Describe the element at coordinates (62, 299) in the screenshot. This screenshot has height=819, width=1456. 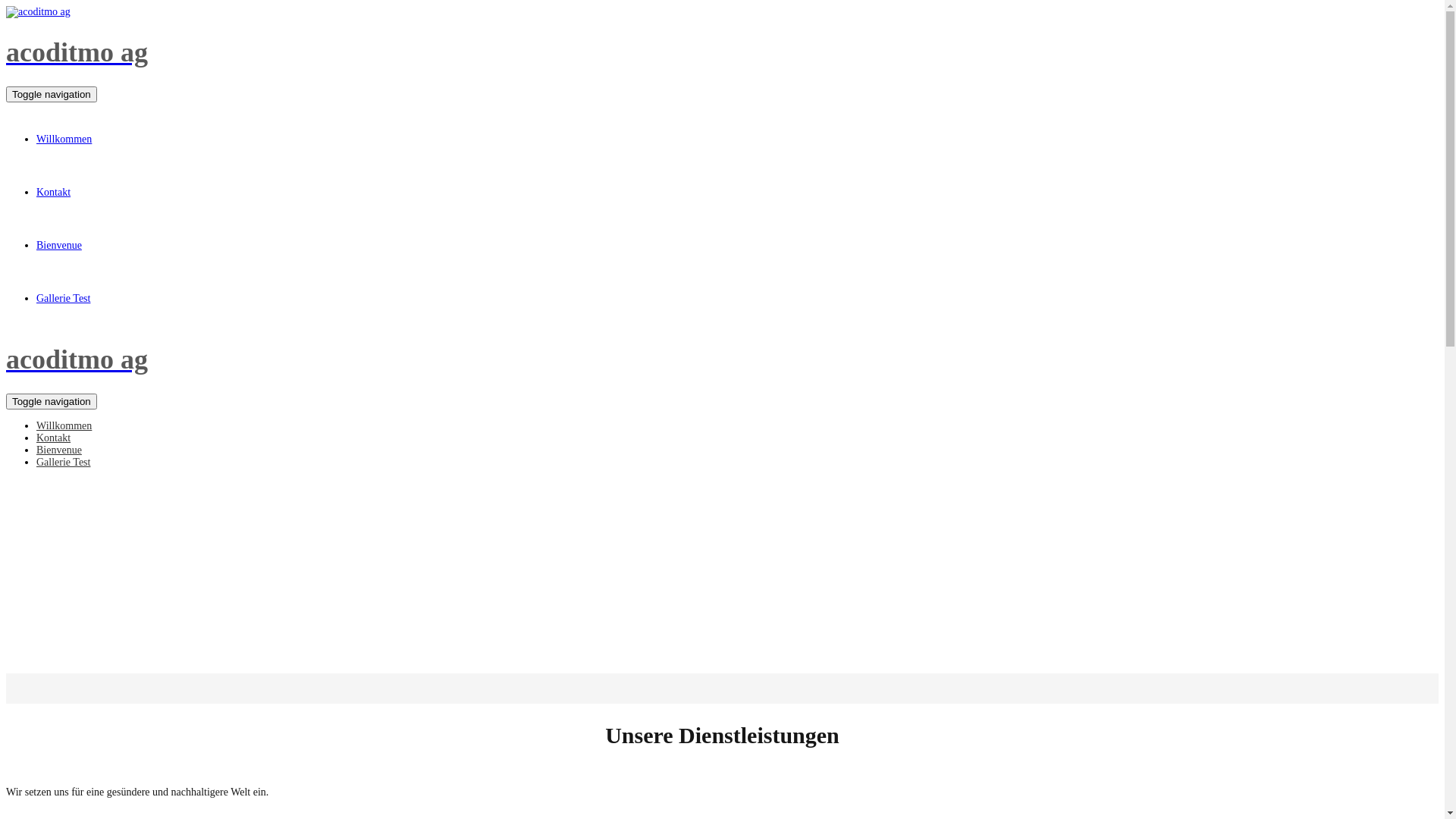
I see `'Gallerie Test'` at that location.